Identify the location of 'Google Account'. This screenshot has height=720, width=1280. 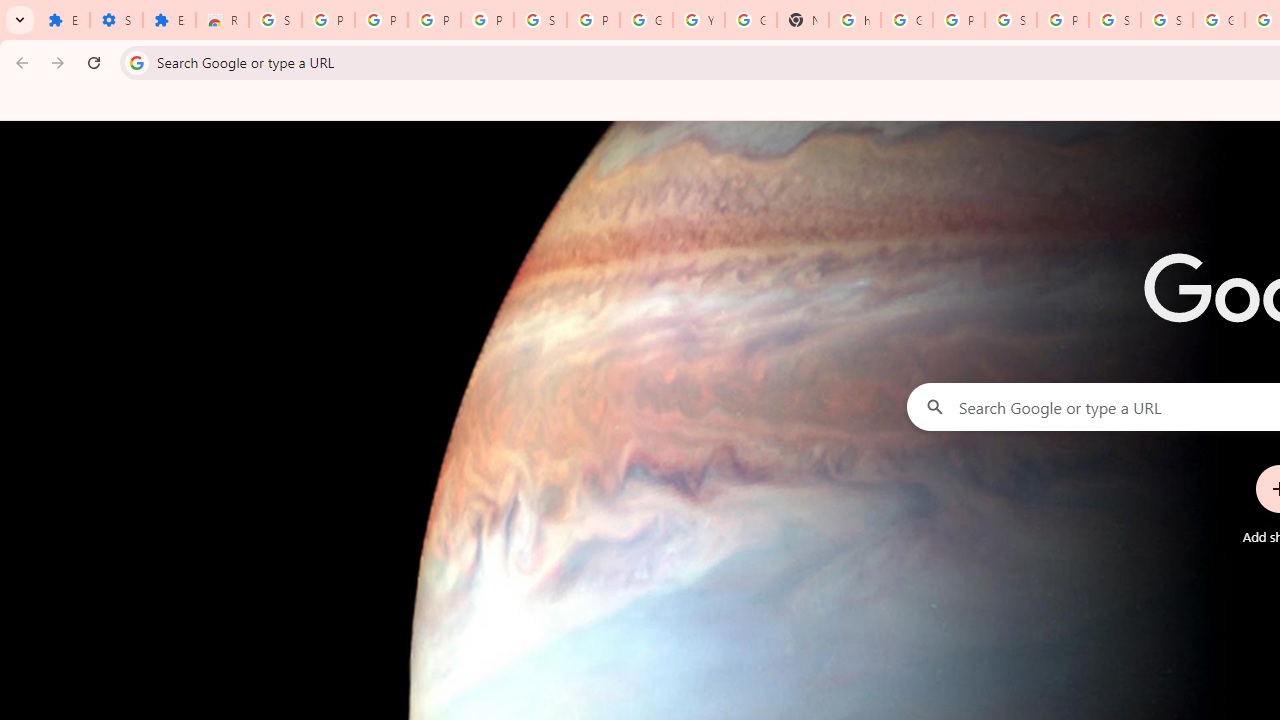
(646, 20).